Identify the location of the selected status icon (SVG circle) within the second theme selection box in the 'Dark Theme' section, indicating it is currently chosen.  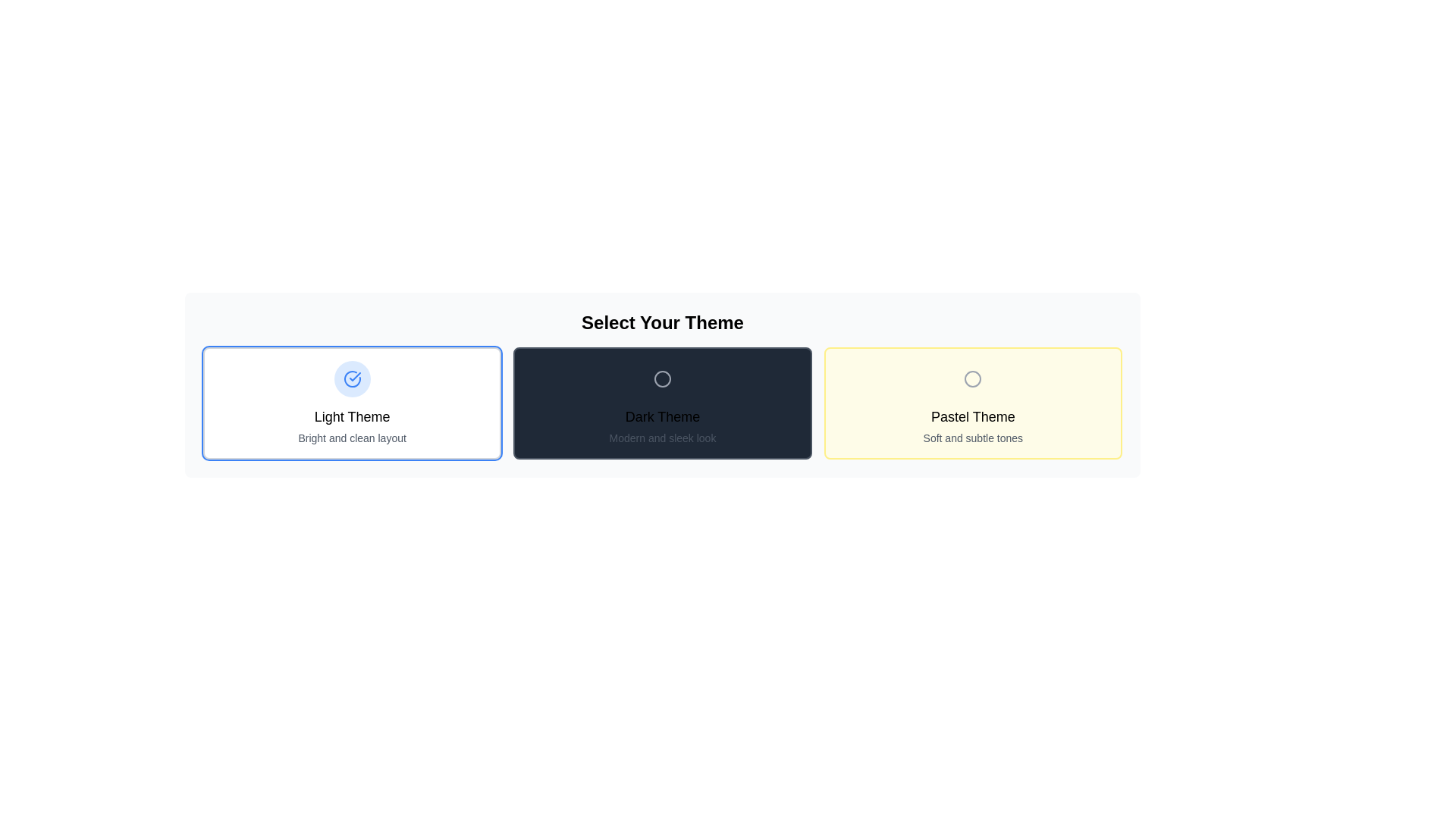
(662, 378).